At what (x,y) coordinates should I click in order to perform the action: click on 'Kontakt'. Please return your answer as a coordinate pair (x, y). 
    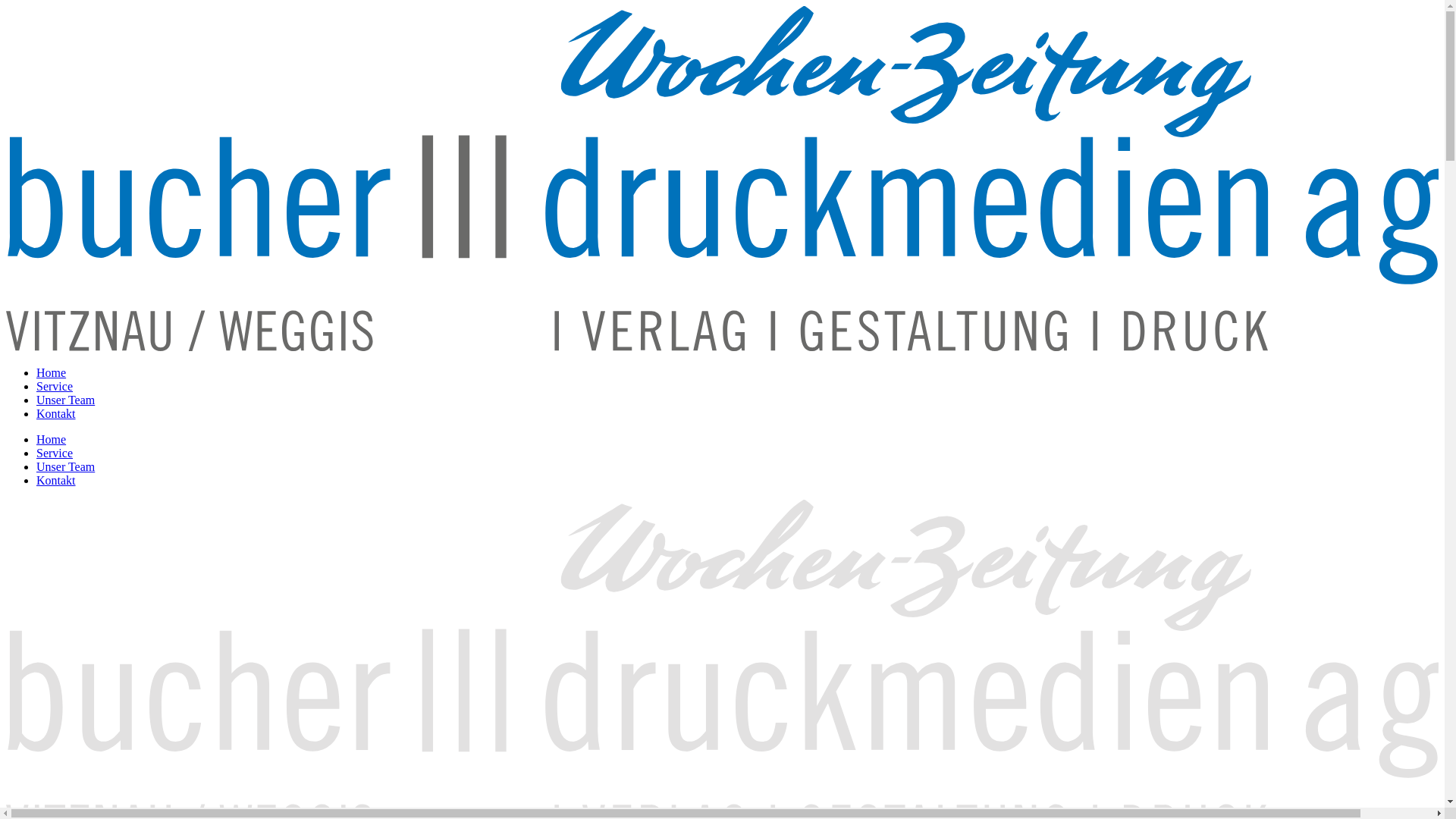
    Looking at the image, I should click on (55, 413).